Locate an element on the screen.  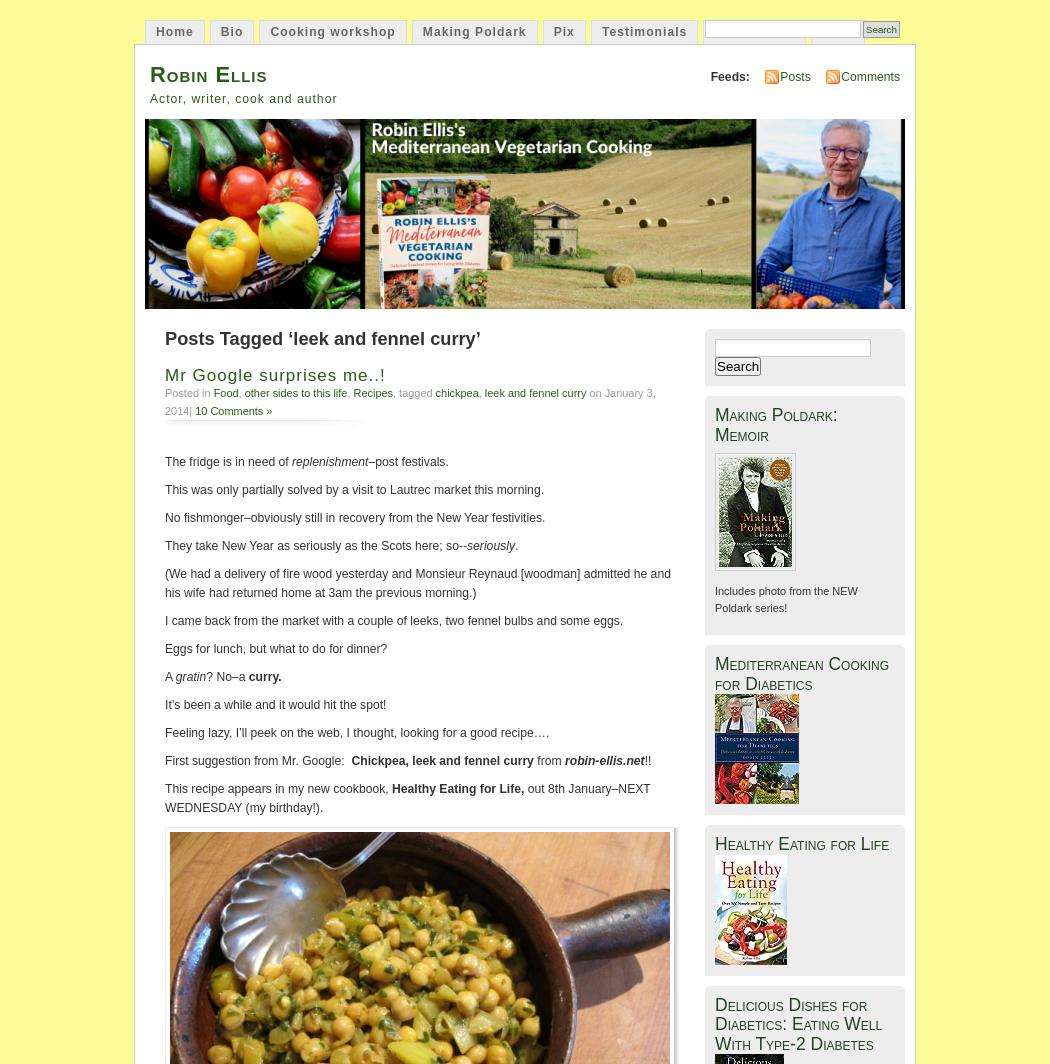
'Making Poldark: Memoir' is located at coordinates (775, 424).